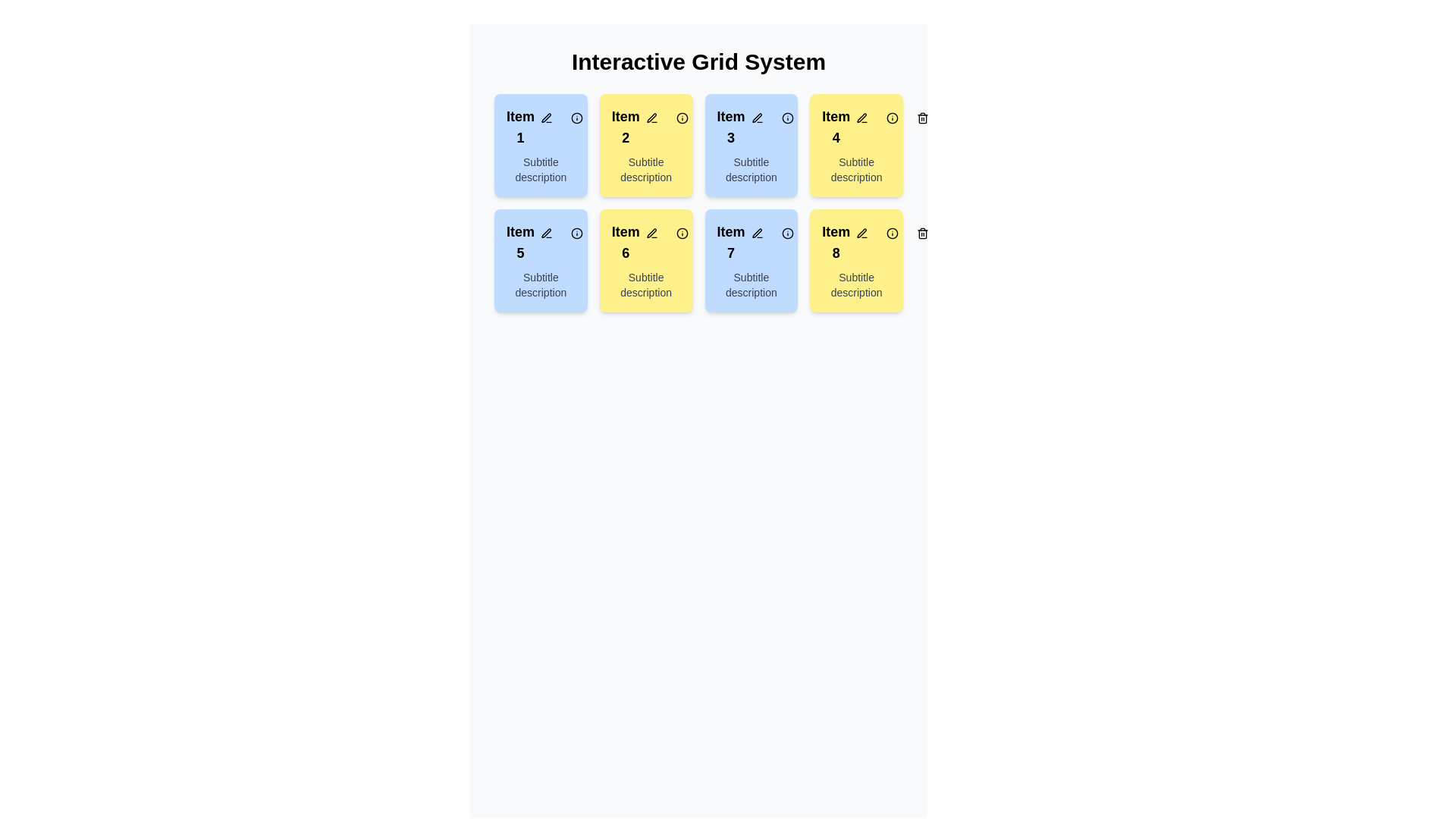 This screenshot has width=1456, height=819. What do you see at coordinates (856, 127) in the screenshot?
I see `text label displaying 'Item 4', which is bold and positioned prominently as the main label of the fourth card in the grid` at bounding box center [856, 127].